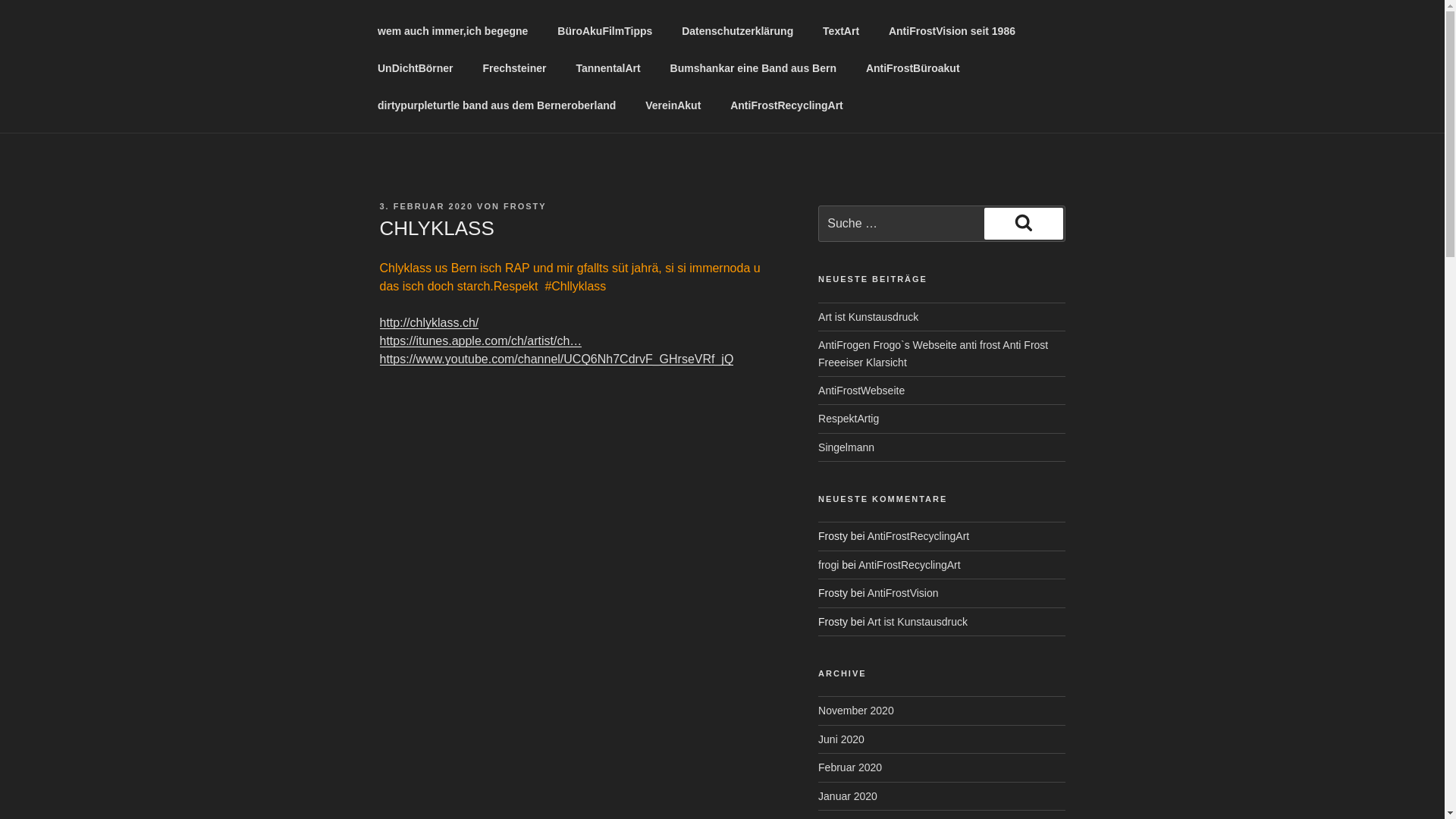 This screenshot has width=1456, height=819. I want to click on 'FROSTY', so click(525, 206).